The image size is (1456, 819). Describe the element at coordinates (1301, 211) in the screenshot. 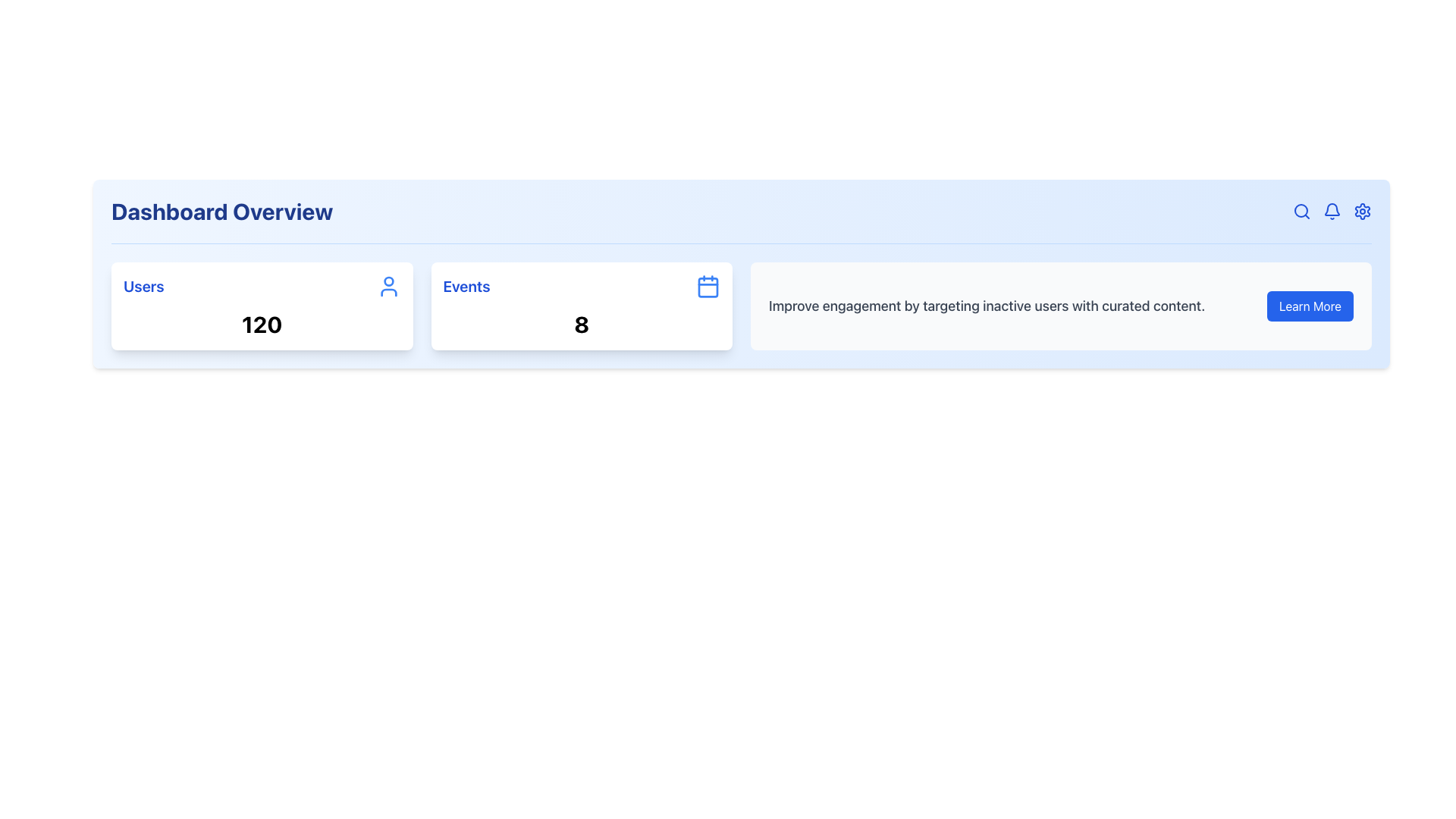

I see `the search icon located at the leftmost position within the group of icons in the top-right section of the interface` at that location.